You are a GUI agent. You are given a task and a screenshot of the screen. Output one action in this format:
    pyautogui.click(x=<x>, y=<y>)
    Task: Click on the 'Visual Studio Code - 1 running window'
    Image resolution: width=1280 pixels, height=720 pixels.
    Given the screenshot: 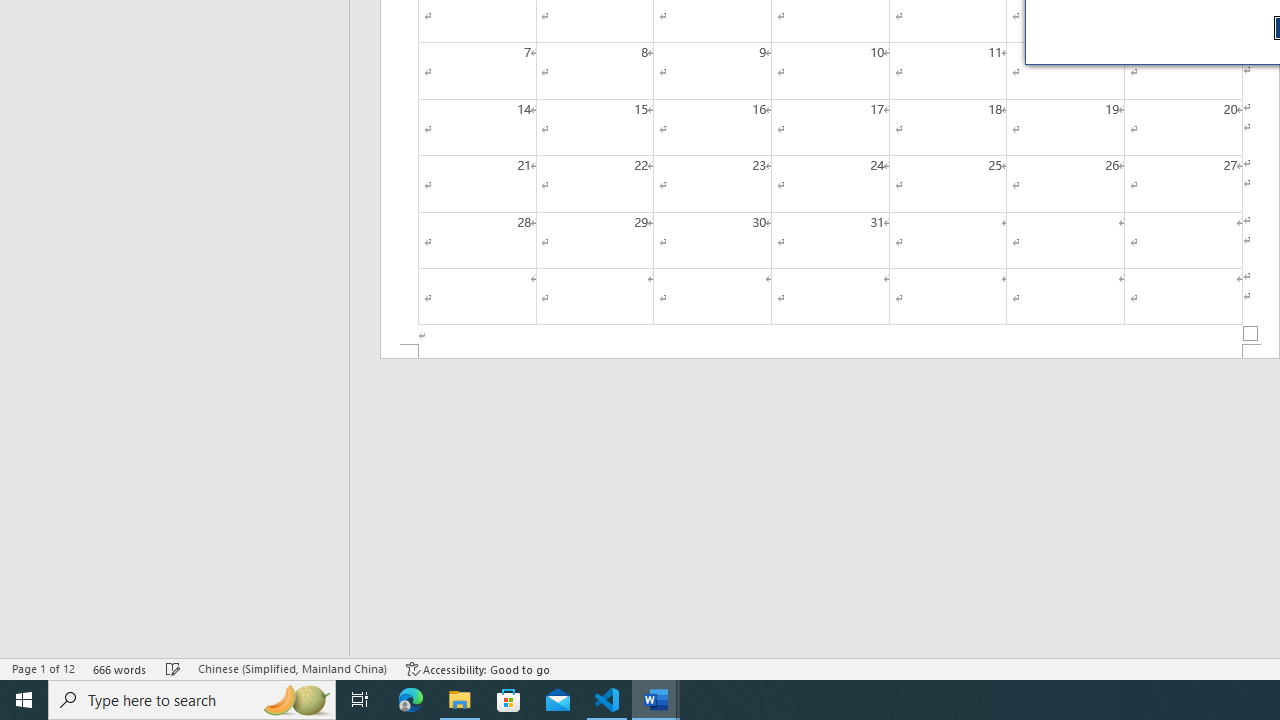 What is the action you would take?
    pyautogui.click(x=606, y=698)
    